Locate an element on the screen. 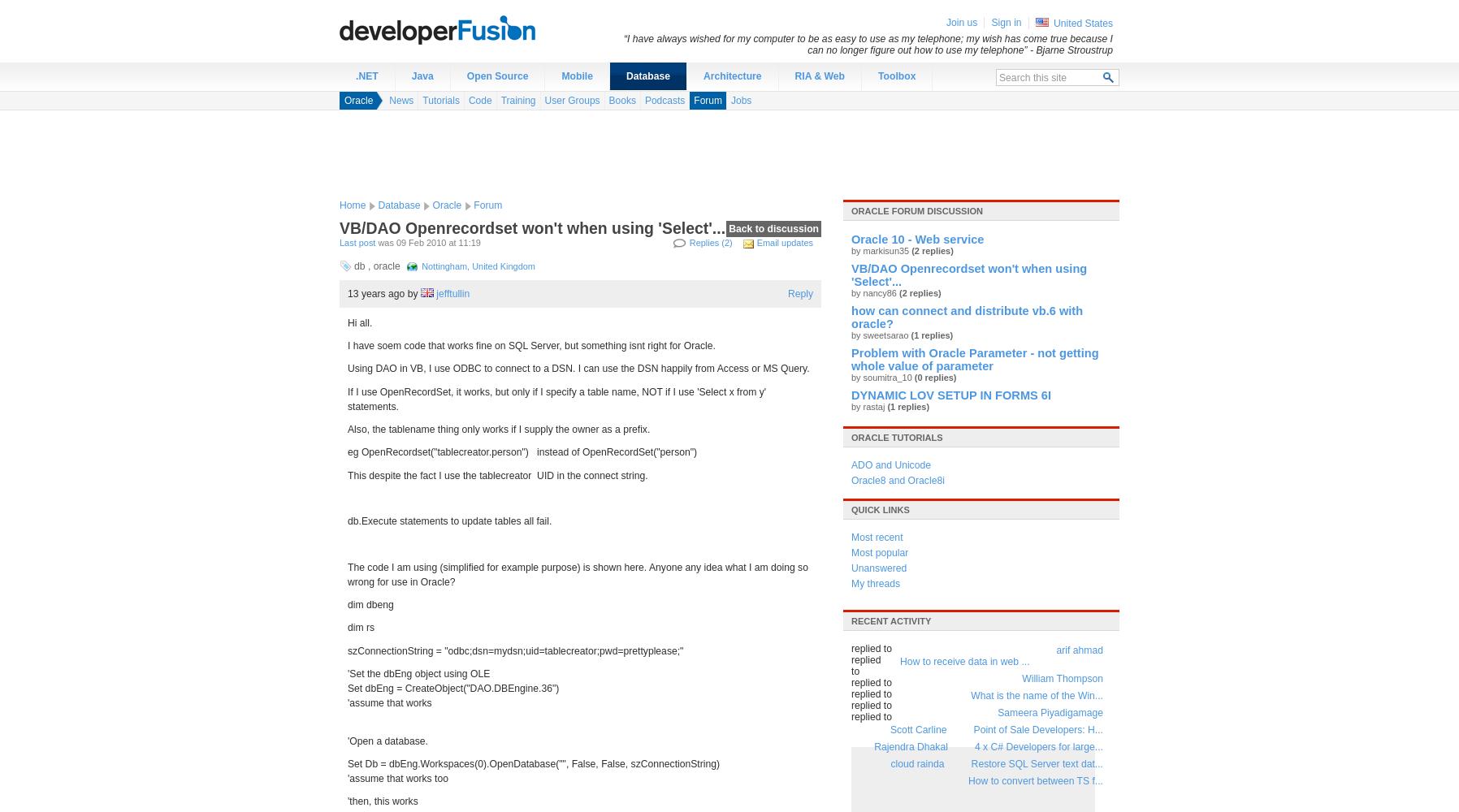 The image size is (1459, 812). 'Sameera Piyadigamage' is located at coordinates (1050, 713).